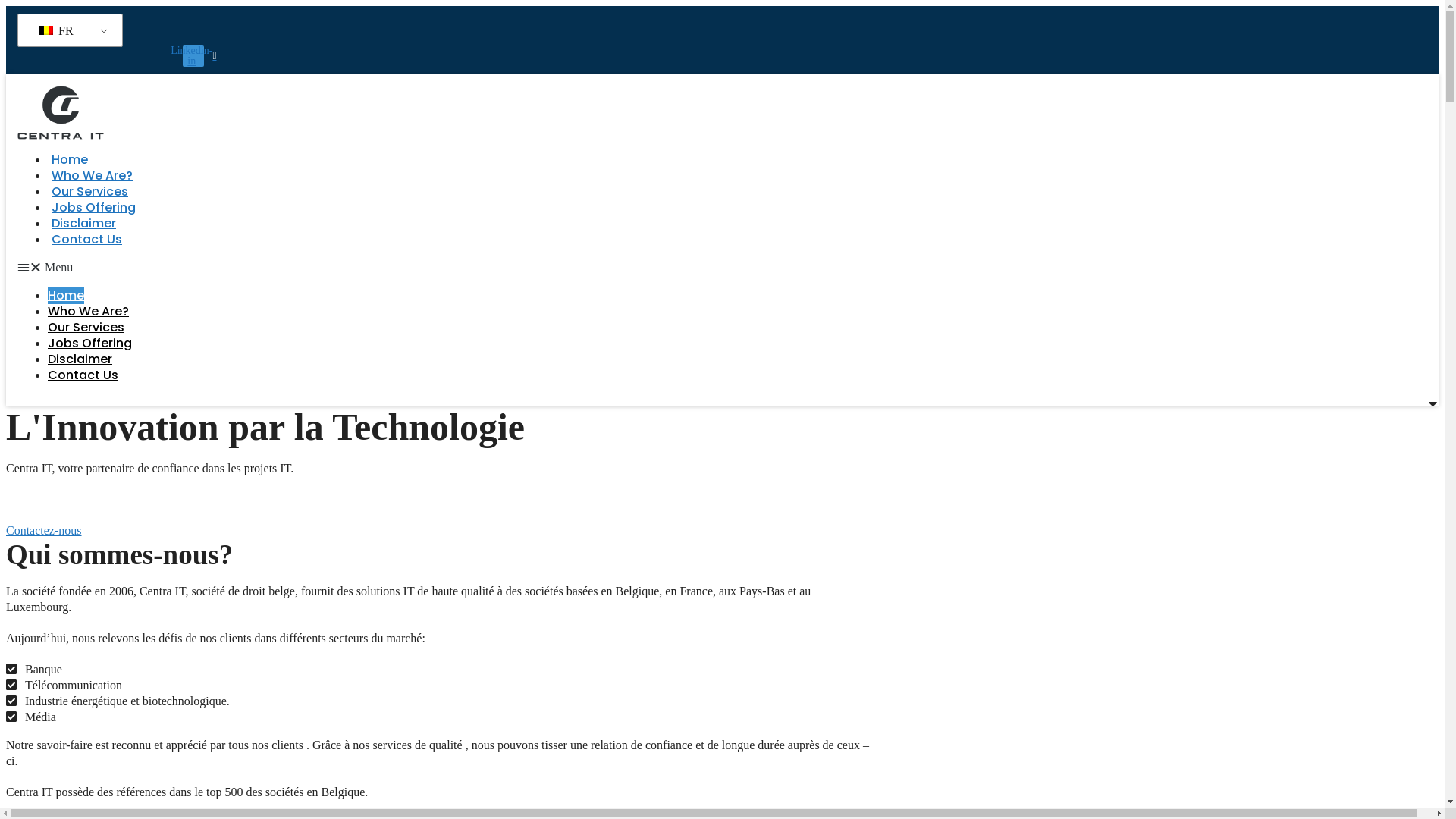 The image size is (1456, 819). What do you see at coordinates (89, 343) in the screenshot?
I see `'Jobs Offering'` at bounding box center [89, 343].